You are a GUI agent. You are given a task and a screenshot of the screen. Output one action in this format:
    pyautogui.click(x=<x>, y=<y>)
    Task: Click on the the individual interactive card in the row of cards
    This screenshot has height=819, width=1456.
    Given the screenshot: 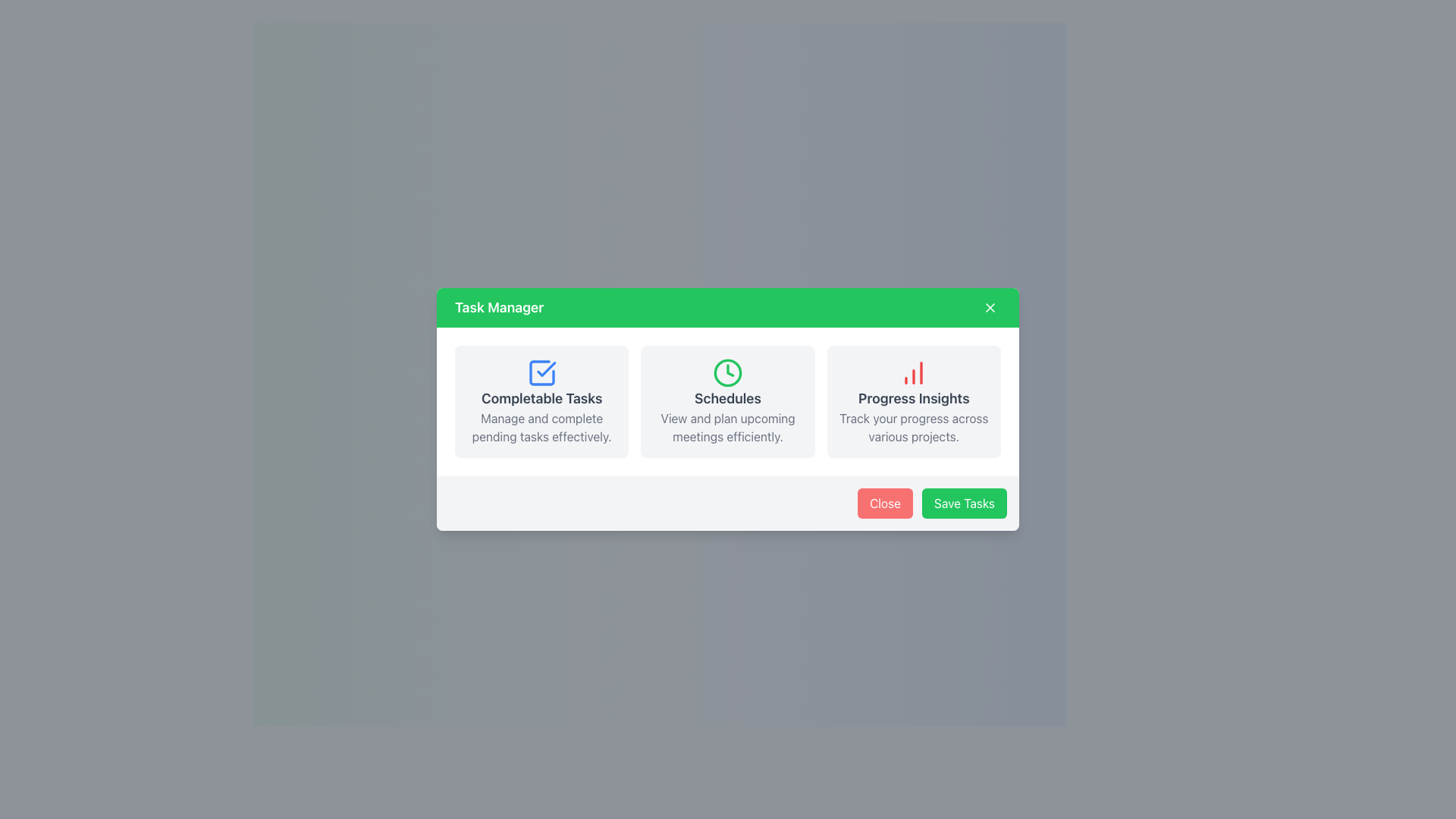 What is the action you would take?
    pyautogui.click(x=728, y=400)
    